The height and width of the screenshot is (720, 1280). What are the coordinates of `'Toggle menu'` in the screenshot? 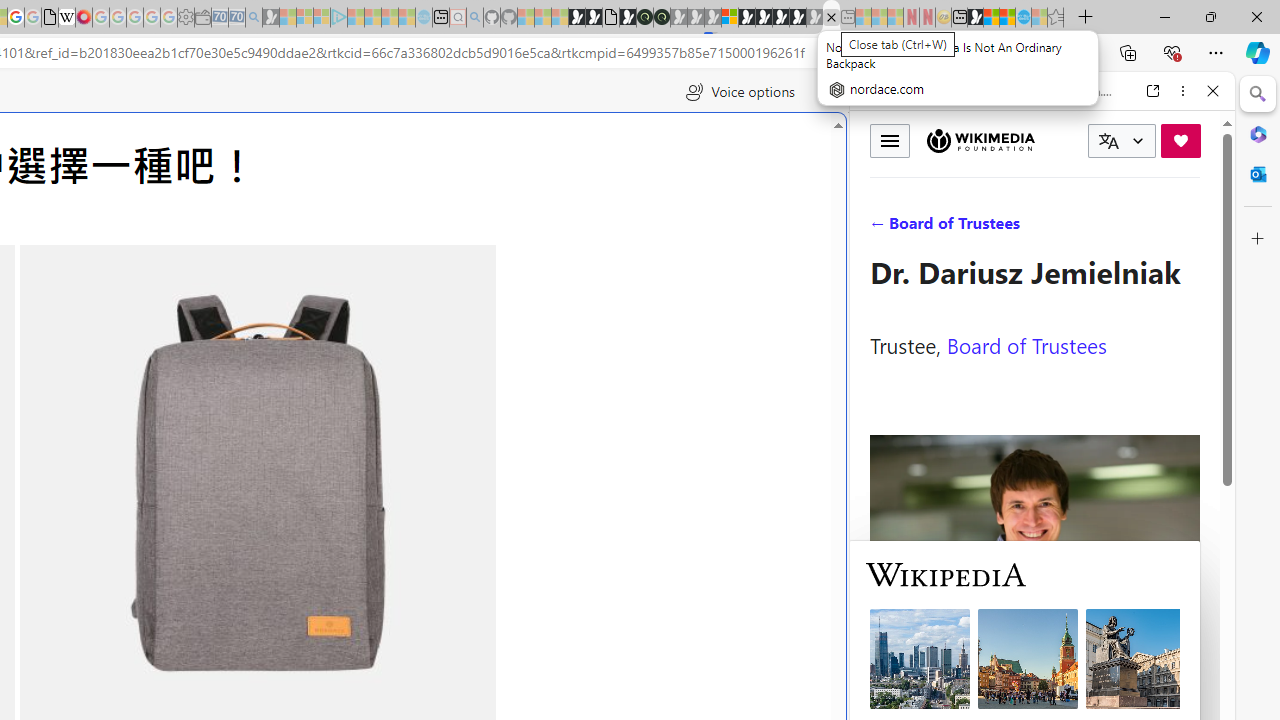 It's located at (889, 139).